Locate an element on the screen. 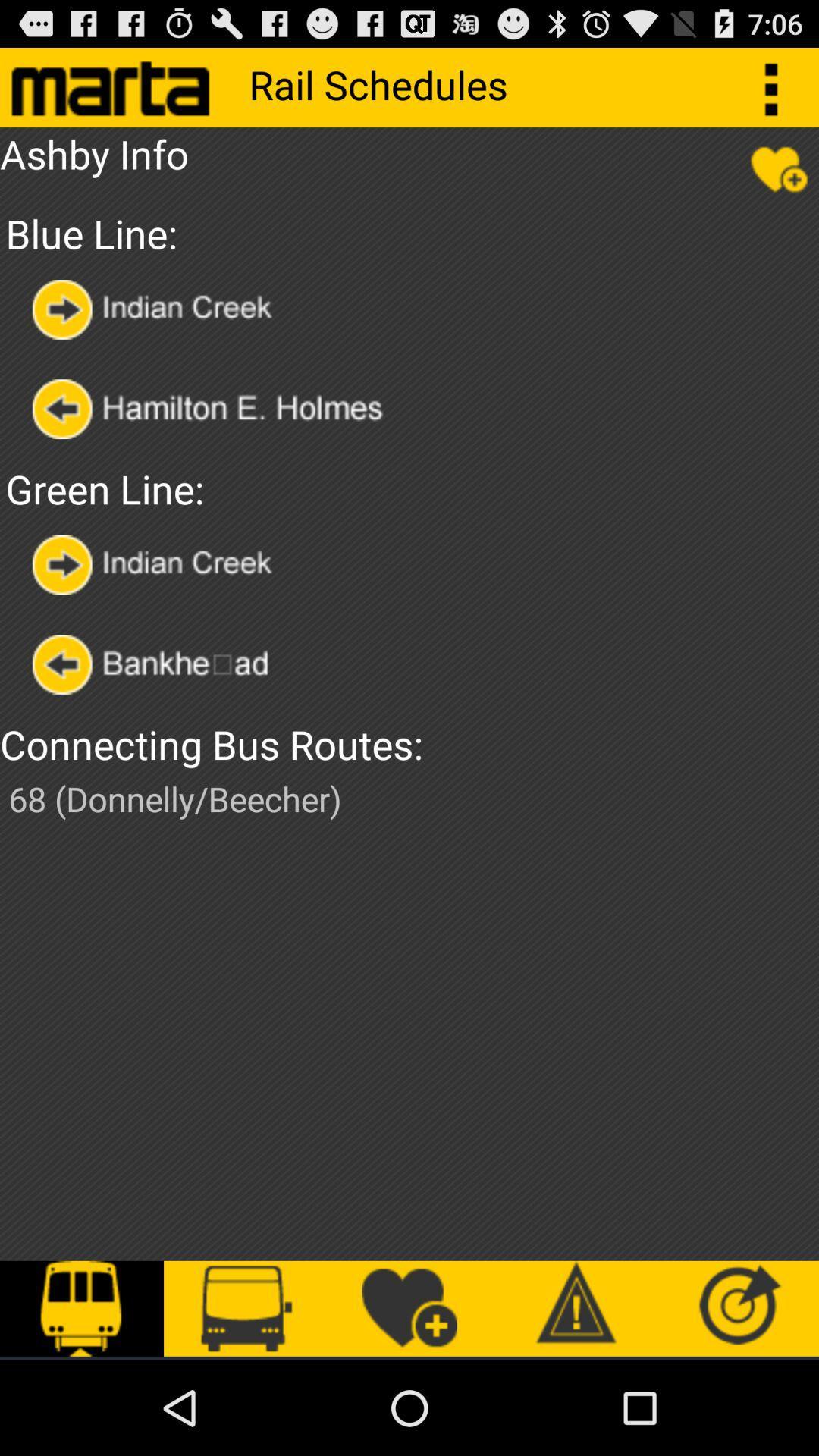 The width and height of the screenshot is (819, 1456). bankhead route is located at coordinates (164, 664).